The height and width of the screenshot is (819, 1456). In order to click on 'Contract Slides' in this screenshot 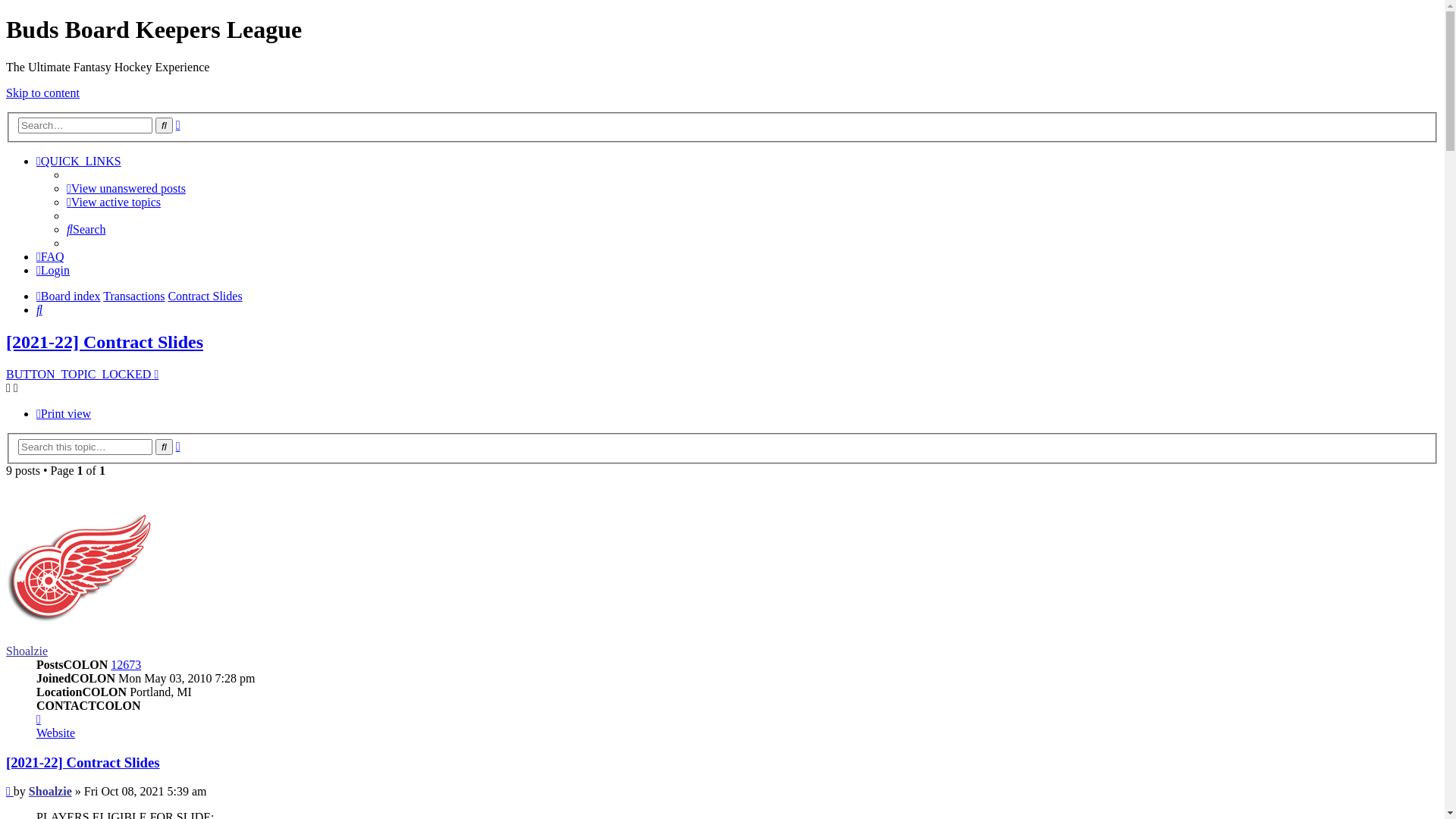, I will do `click(203, 296)`.